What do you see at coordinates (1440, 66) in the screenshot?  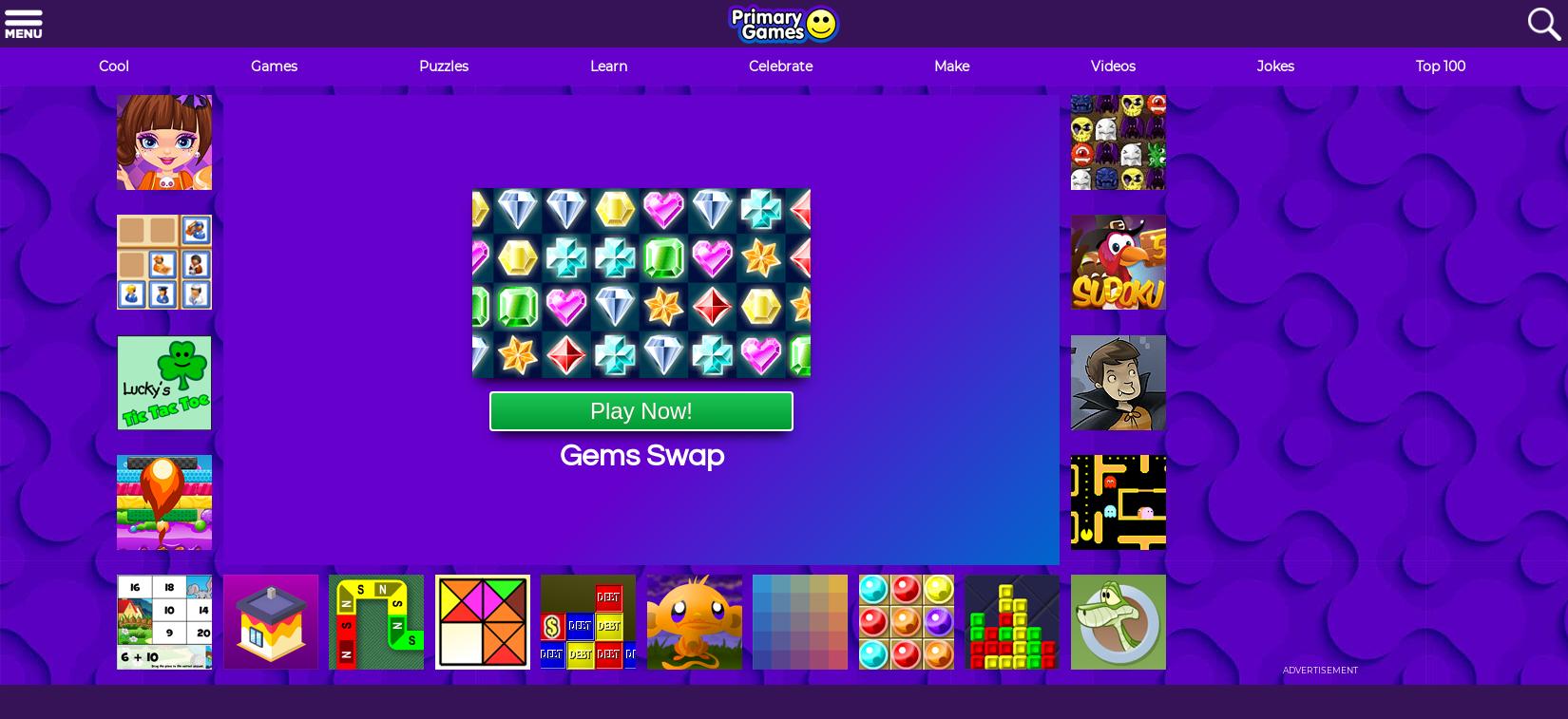 I see `'Top 100'` at bounding box center [1440, 66].